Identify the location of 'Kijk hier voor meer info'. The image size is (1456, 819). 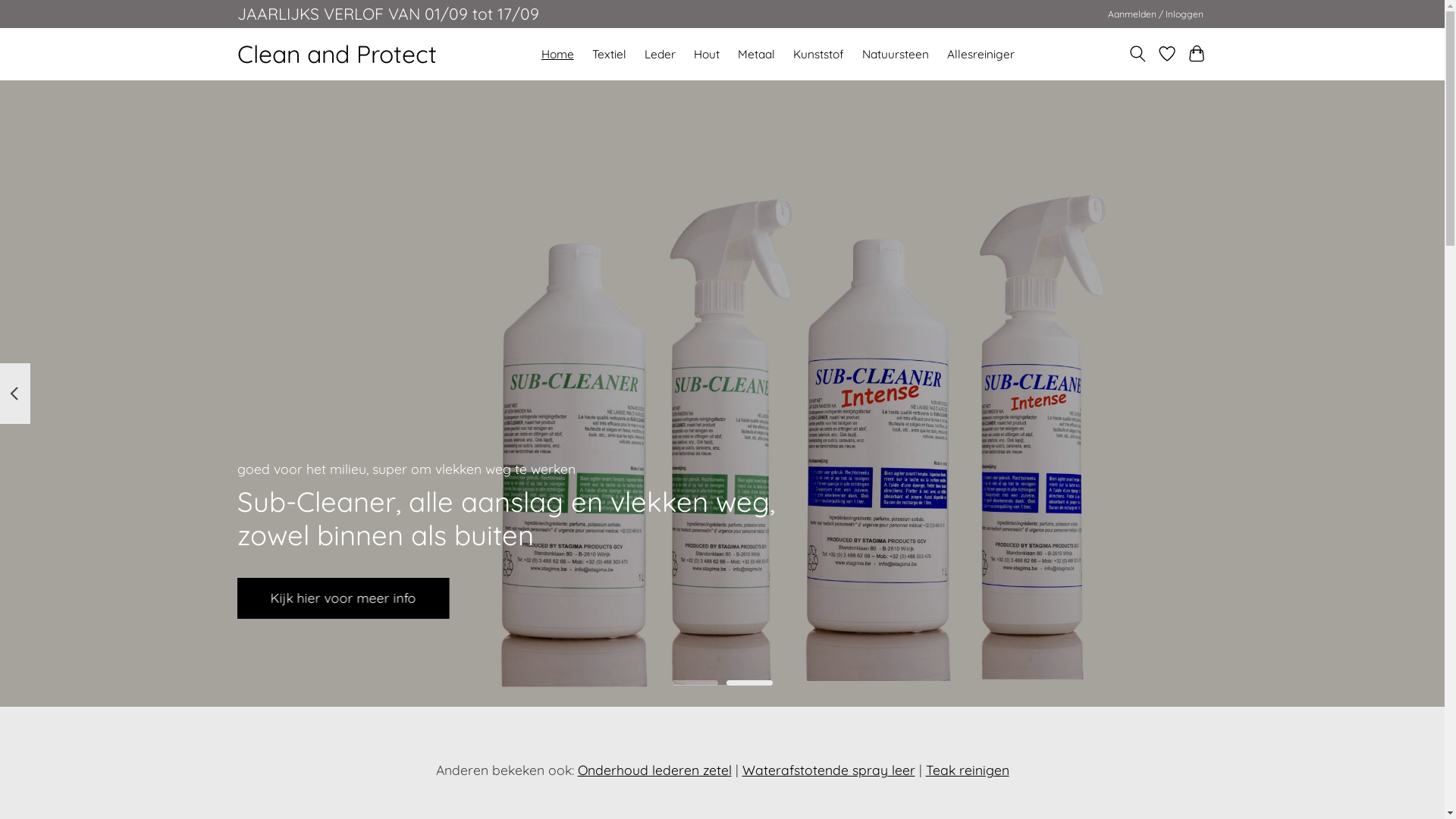
(341, 598).